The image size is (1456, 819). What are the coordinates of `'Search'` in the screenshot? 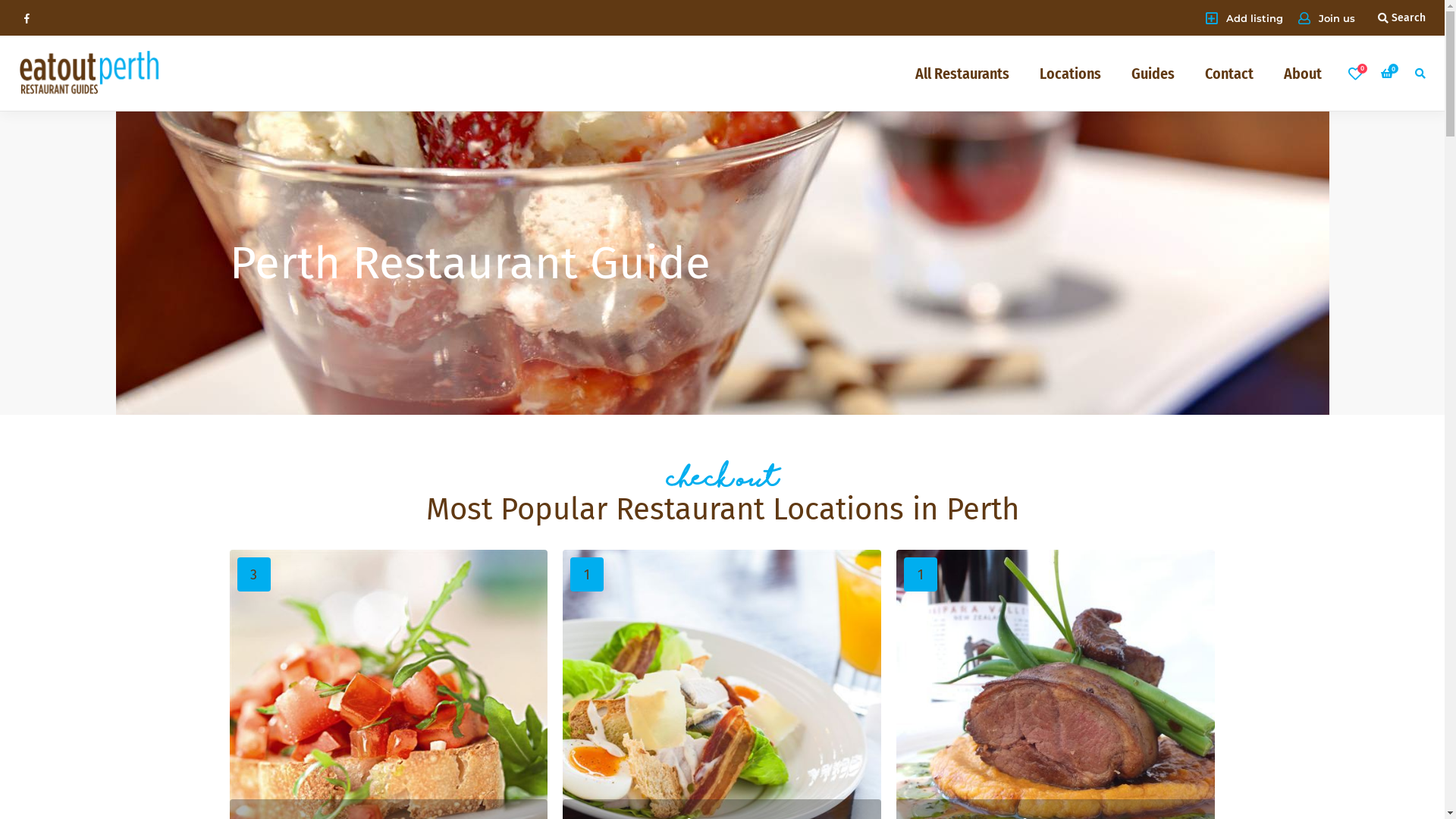 It's located at (1401, 17).